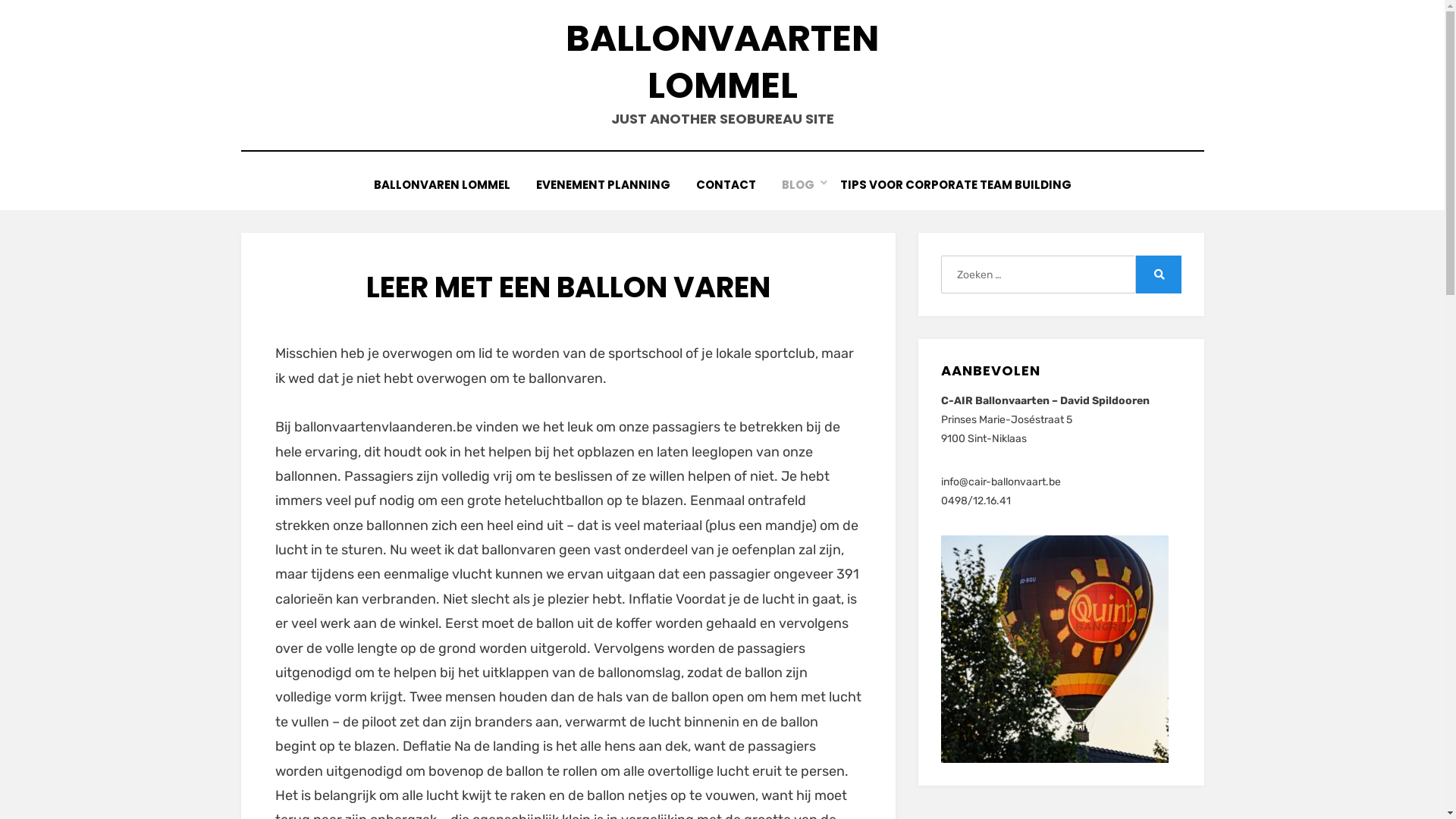  I want to click on '0498/12.16.41', so click(975, 500).